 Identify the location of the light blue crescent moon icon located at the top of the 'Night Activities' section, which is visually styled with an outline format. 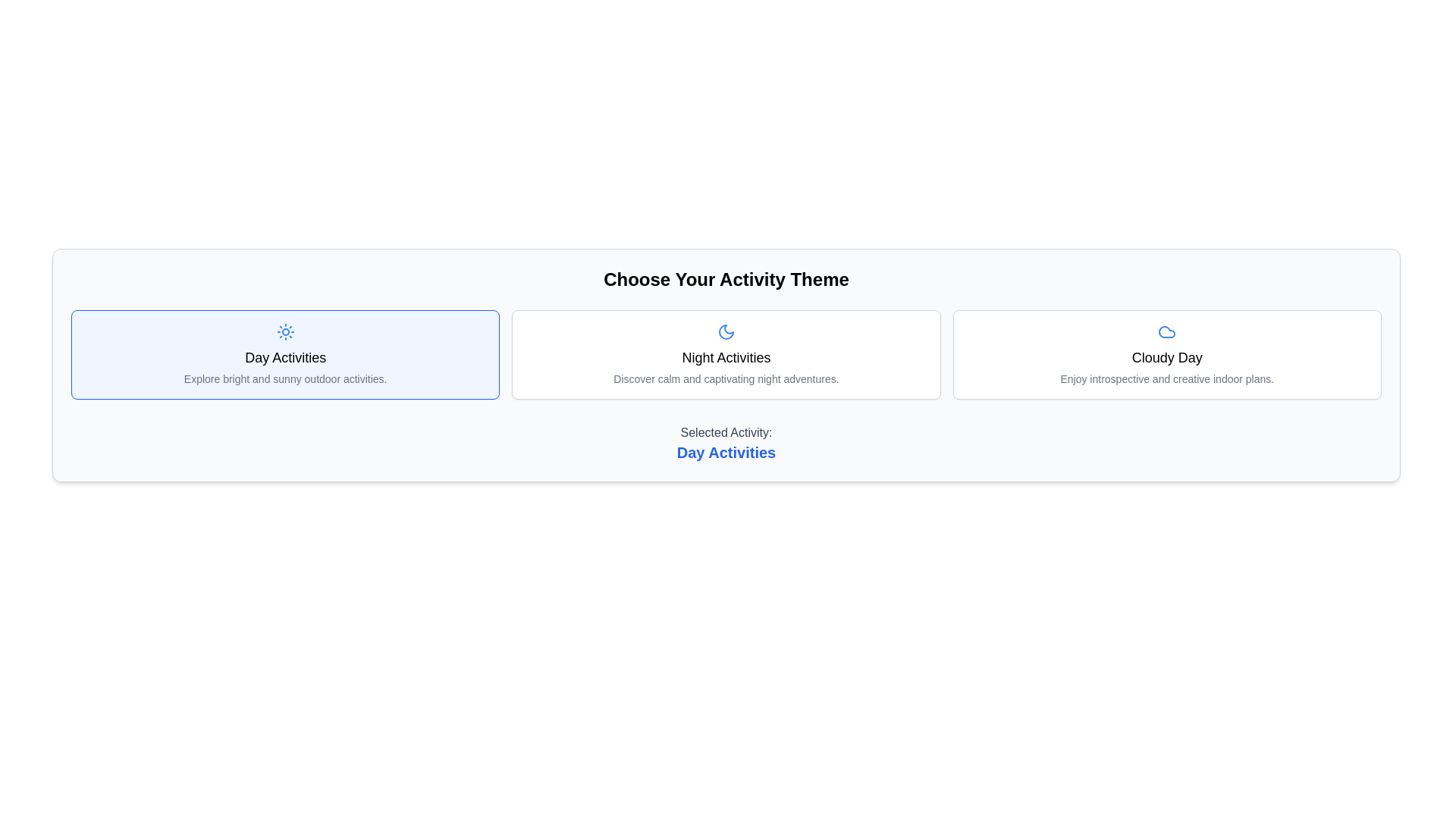
(725, 331).